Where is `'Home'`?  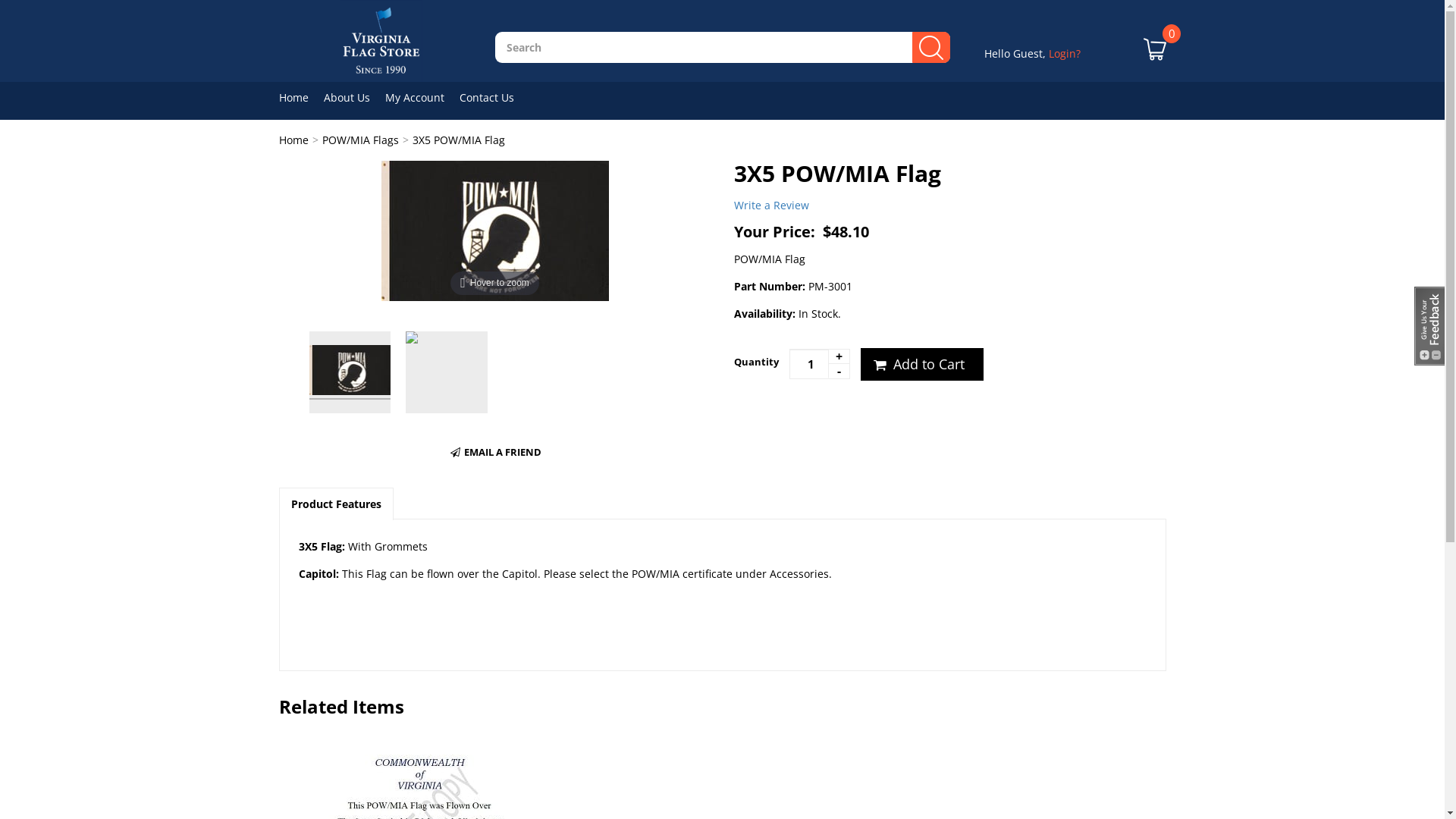
'Home' is located at coordinates (279, 140).